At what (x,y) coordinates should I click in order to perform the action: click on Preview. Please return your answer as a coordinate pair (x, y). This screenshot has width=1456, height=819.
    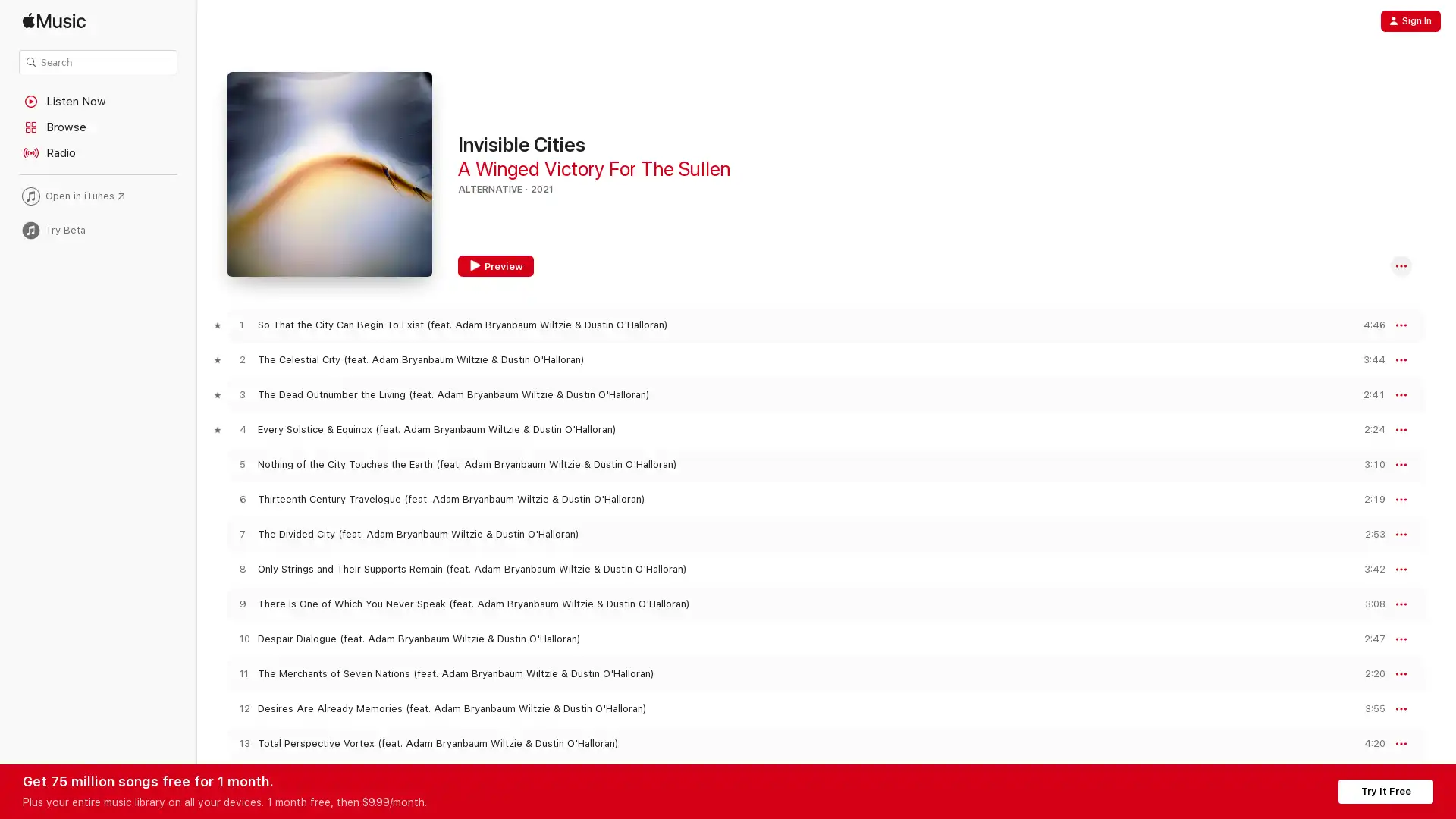
    Looking at the image, I should click on (1368, 359).